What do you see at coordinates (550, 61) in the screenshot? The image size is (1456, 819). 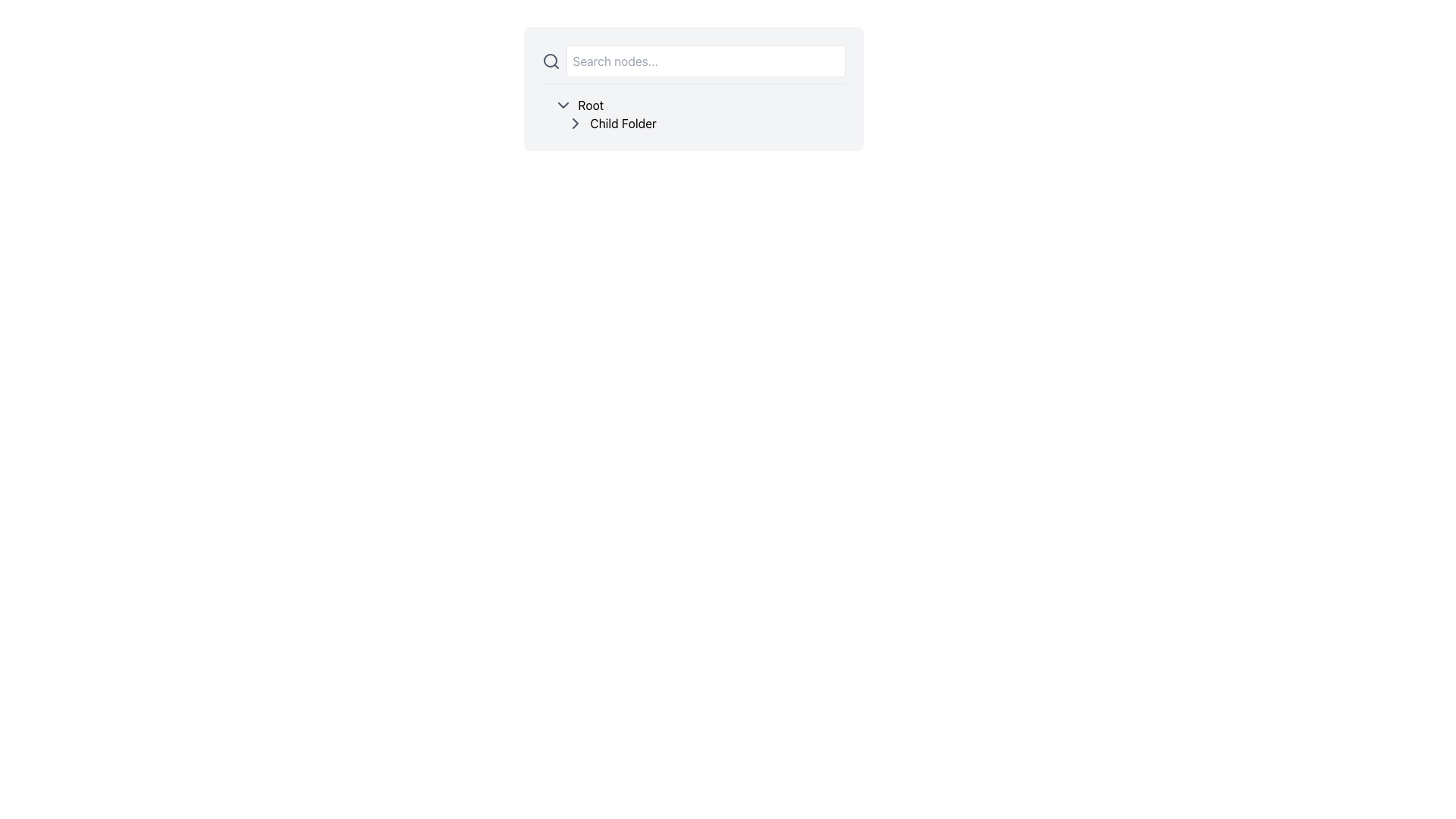 I see `the magnifying glass icon, which is dark gray and circular, located at the far left of the panel before the 'Search nodes...' text input field` at bounding box center [550, 61].